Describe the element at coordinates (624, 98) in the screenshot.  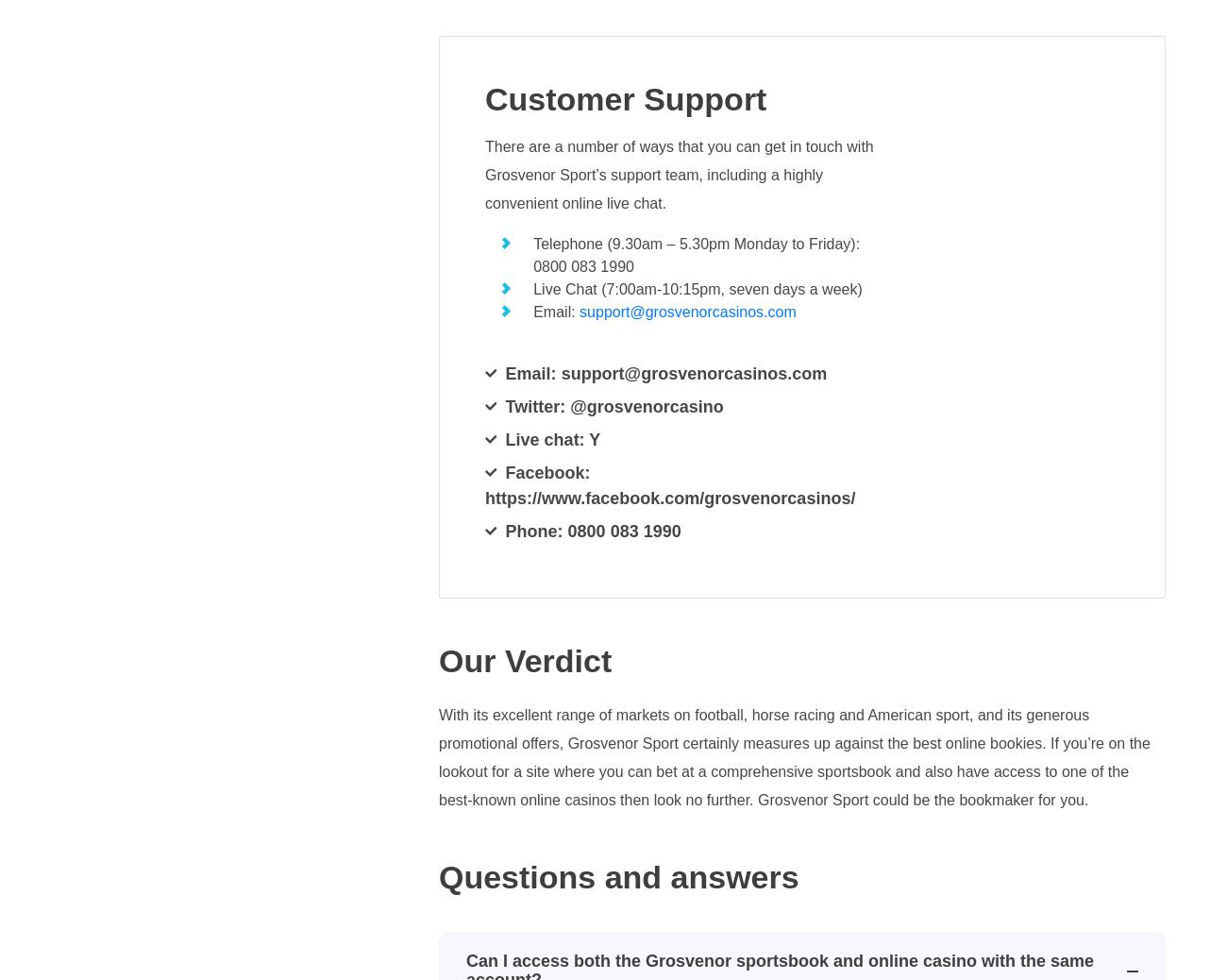
I see `'Customer Support'` at that location.